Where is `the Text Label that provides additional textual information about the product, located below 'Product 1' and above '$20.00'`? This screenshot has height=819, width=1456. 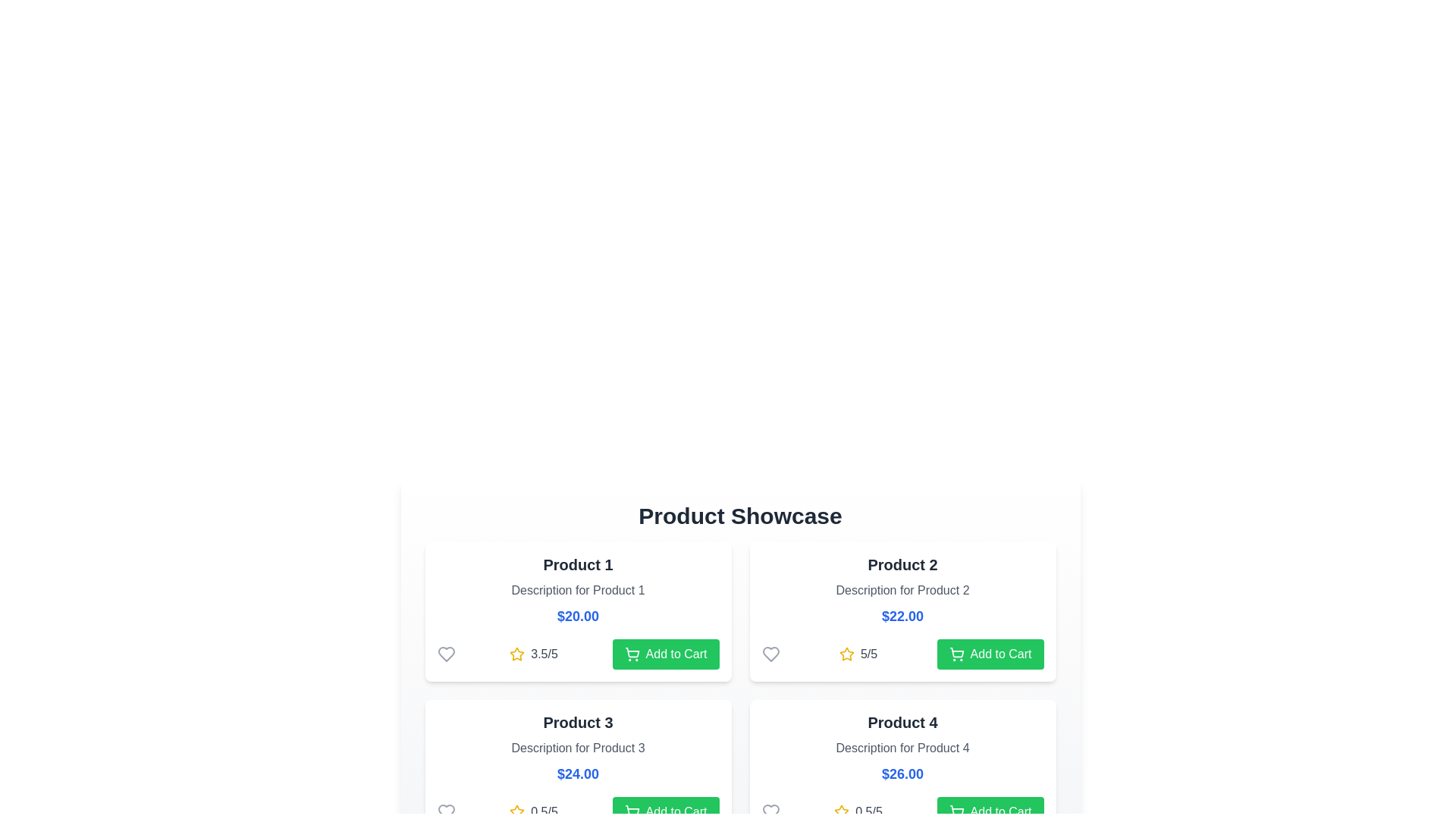 the Text Label that provides additional textual information about the product, located below 'Product 1' and above '$20.00' is located at coordinates (577, 590).